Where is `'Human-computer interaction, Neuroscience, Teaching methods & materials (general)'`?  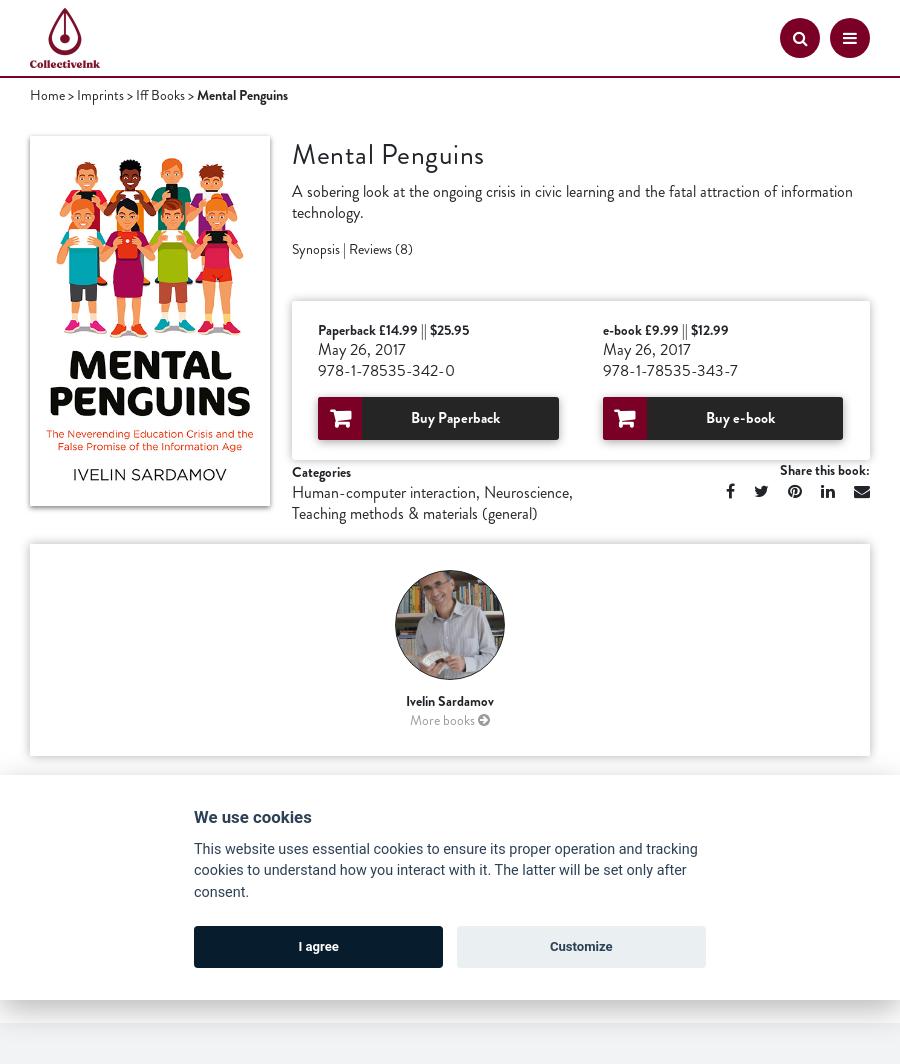 'Human-computer interaction, Neuroscience, Teaching methods & materials (general)' is located at coordinates (432, 502).